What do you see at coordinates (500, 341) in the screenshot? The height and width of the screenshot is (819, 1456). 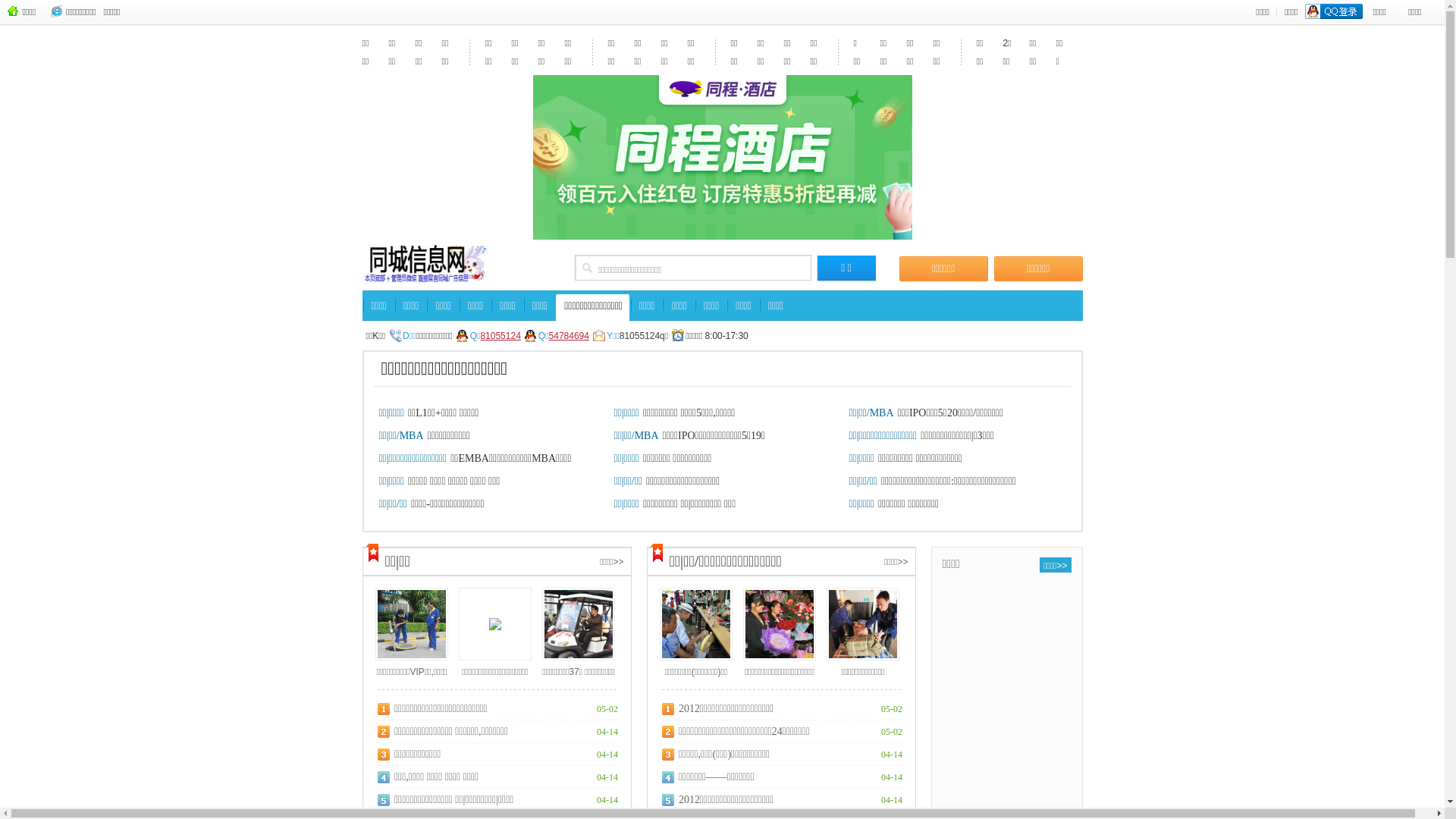 I see `'81055124'` at bounding box center [500, 341].